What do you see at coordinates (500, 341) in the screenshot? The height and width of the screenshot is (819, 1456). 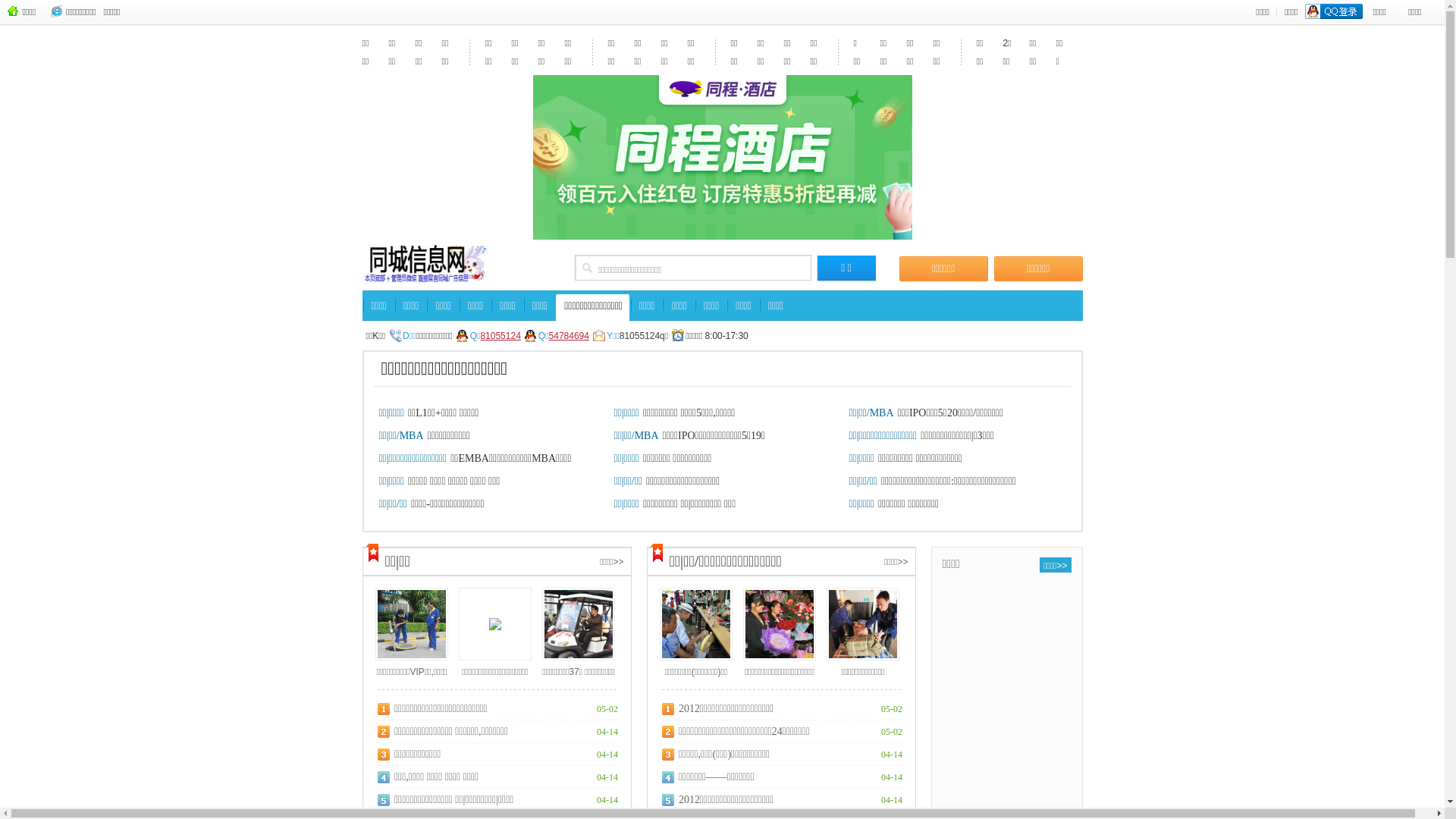 I see `'81055124'` at bounding box center [500, 341].